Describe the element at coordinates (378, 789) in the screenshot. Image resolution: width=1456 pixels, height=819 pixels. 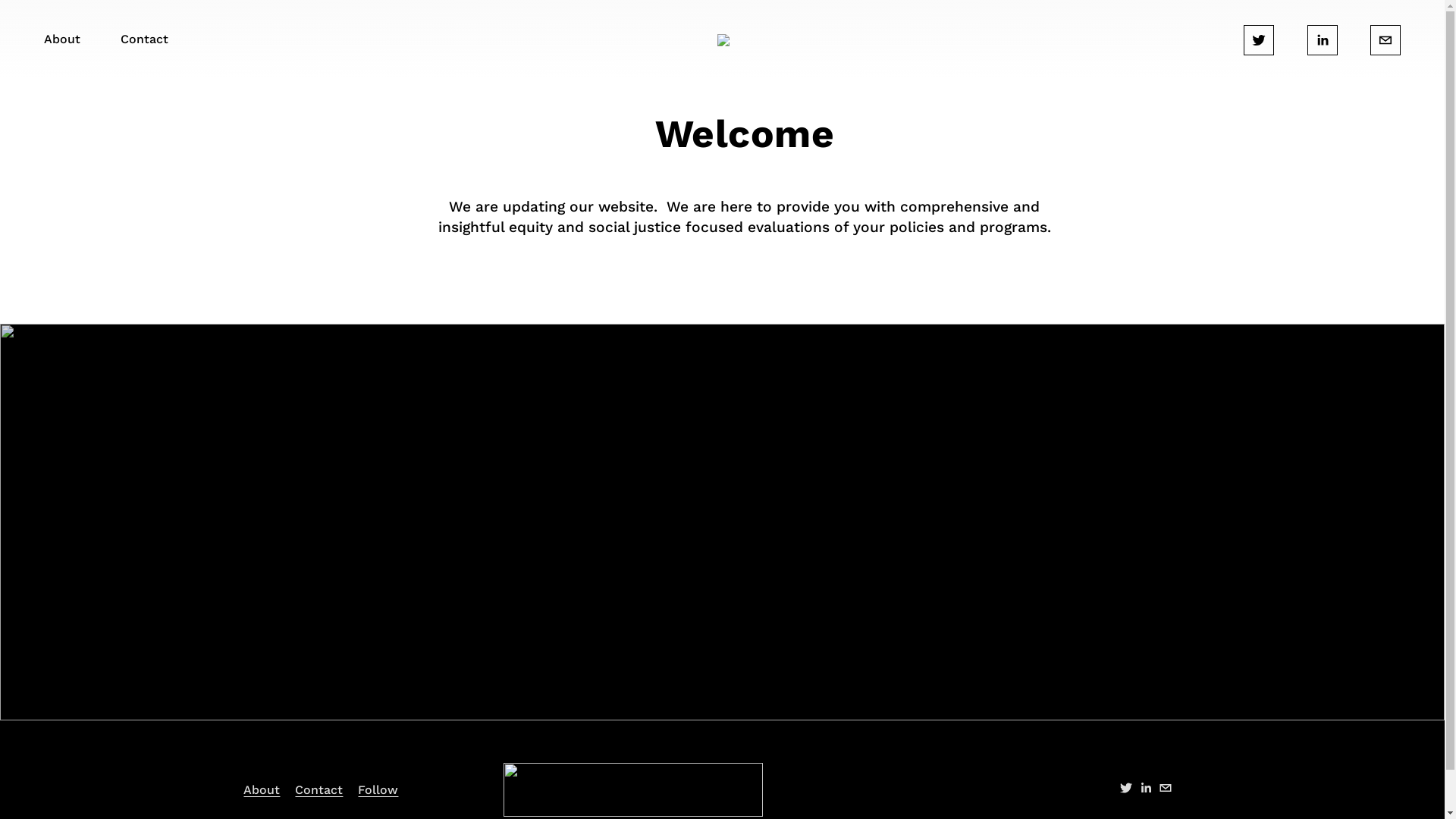
I see `'Follow'` at that location.